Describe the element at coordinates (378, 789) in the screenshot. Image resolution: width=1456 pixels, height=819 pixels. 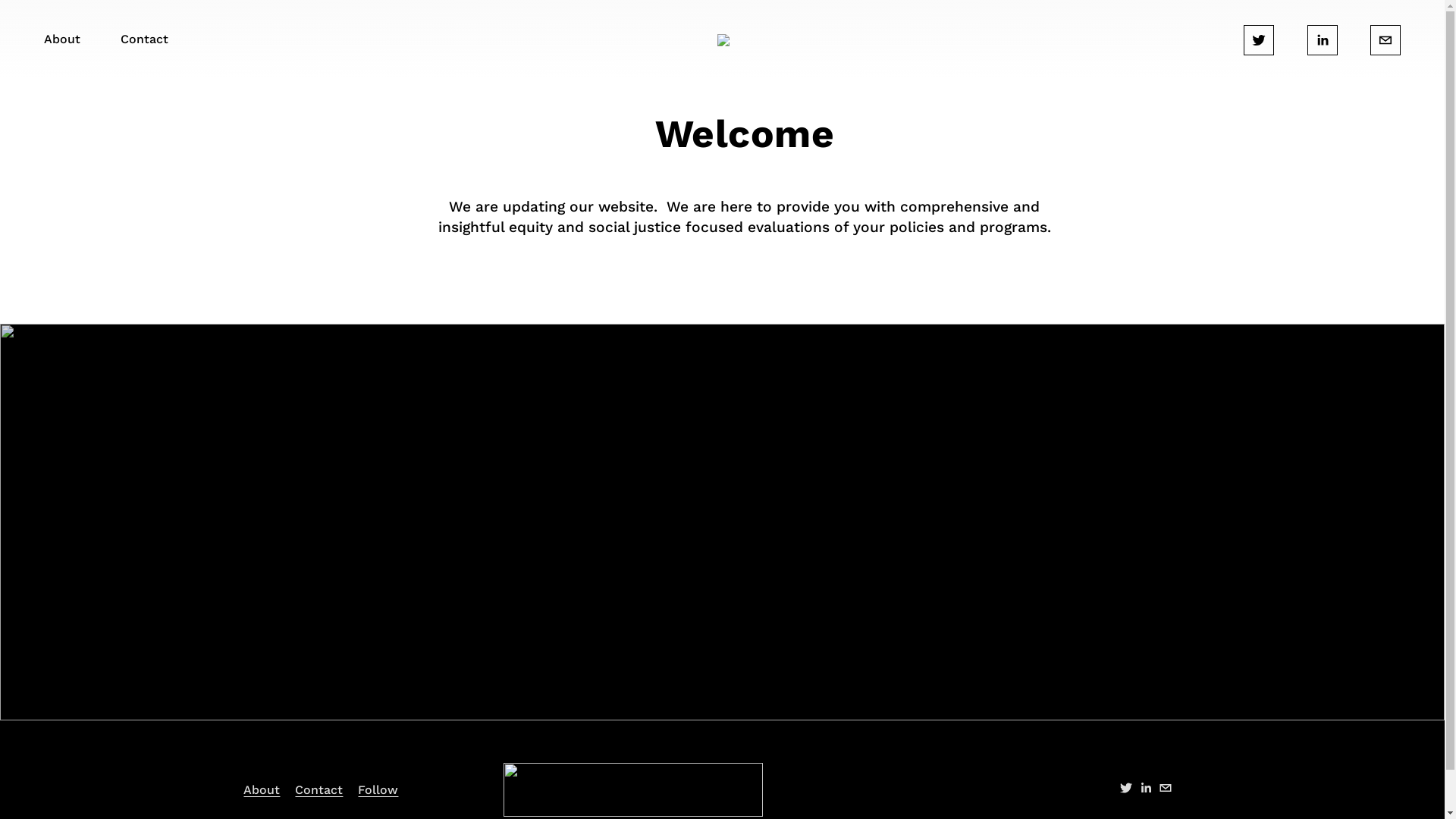
I see `'Follow'` at that location.